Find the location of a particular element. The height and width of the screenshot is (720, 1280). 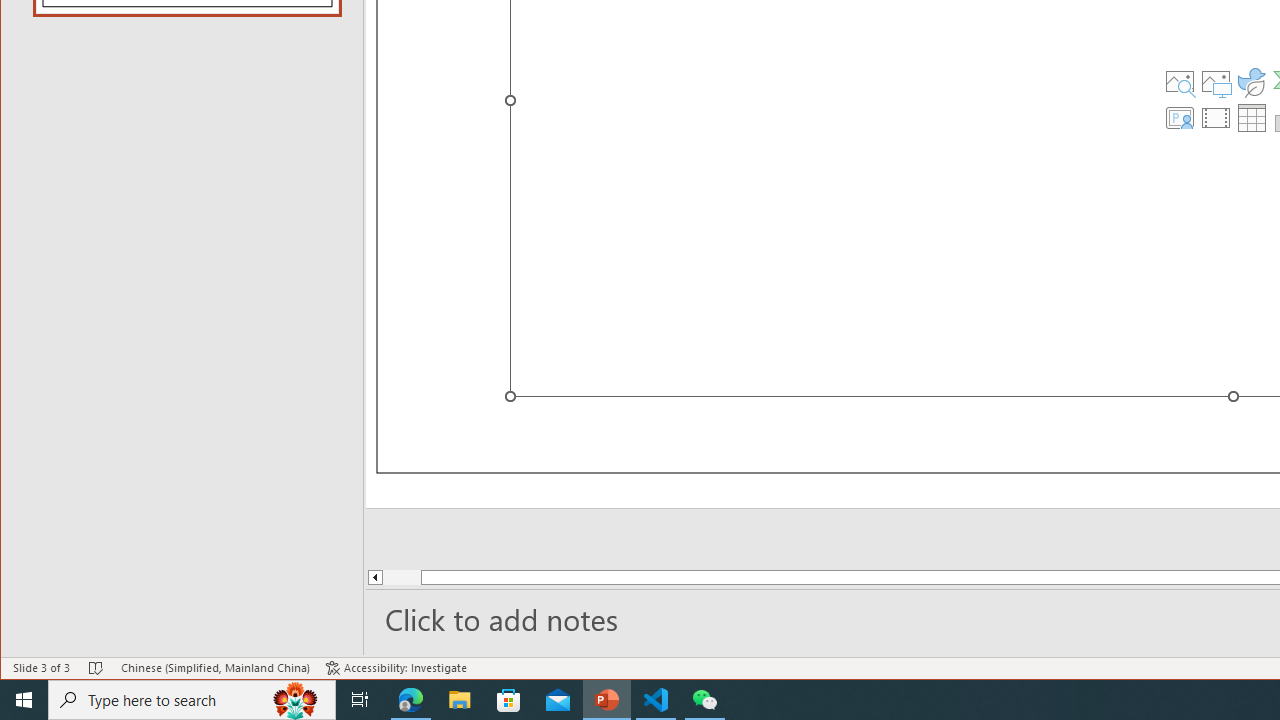

'Stock Images' is located at coordinates (1179, 81).